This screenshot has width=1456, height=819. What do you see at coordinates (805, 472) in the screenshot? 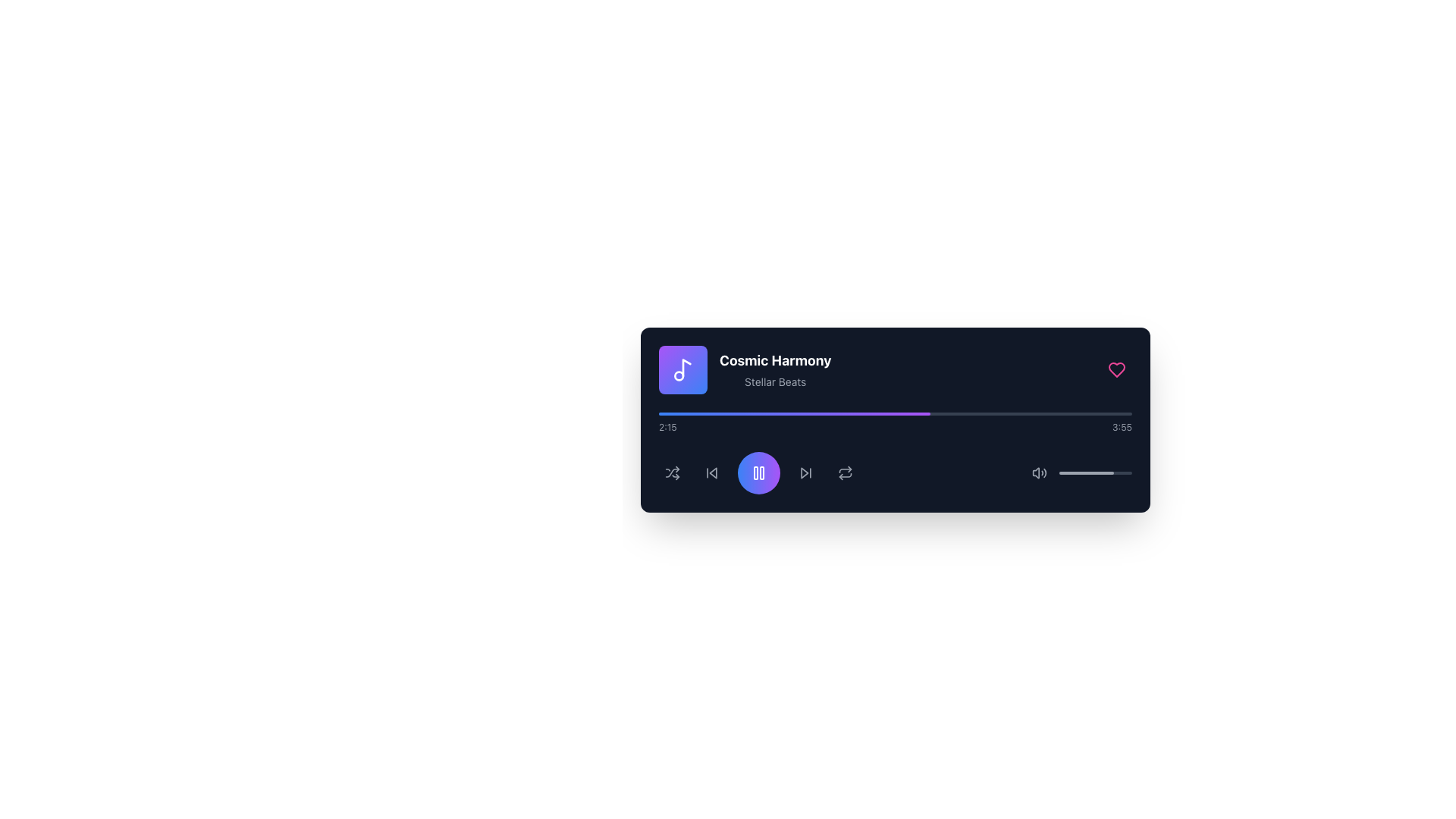
I see `the Icon button that allows users to skip to the next track in the media player, located to the right of the central play button` at bounding box center [805, 472].